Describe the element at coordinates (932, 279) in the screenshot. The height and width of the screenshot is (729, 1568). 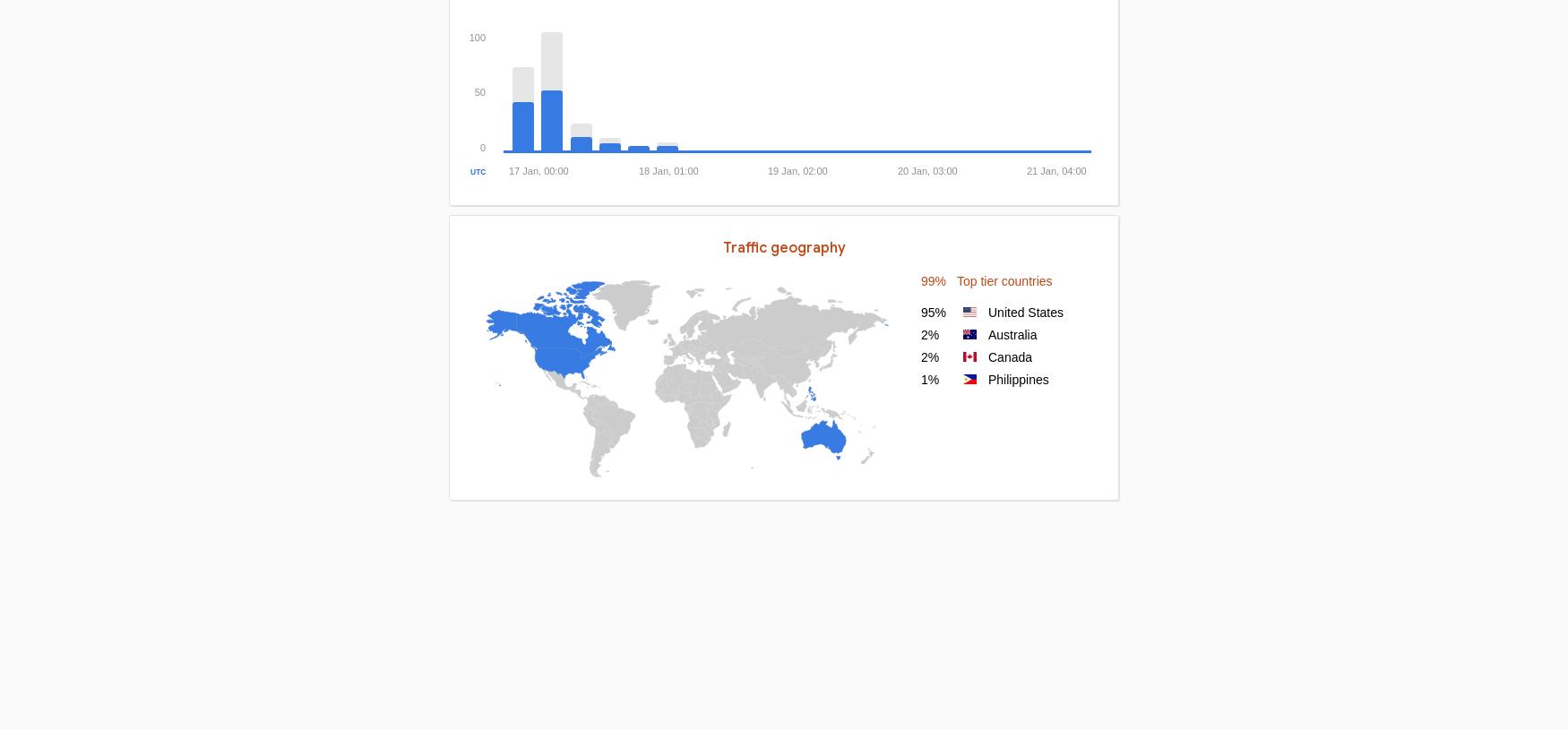
I see `'99%'` at that location.